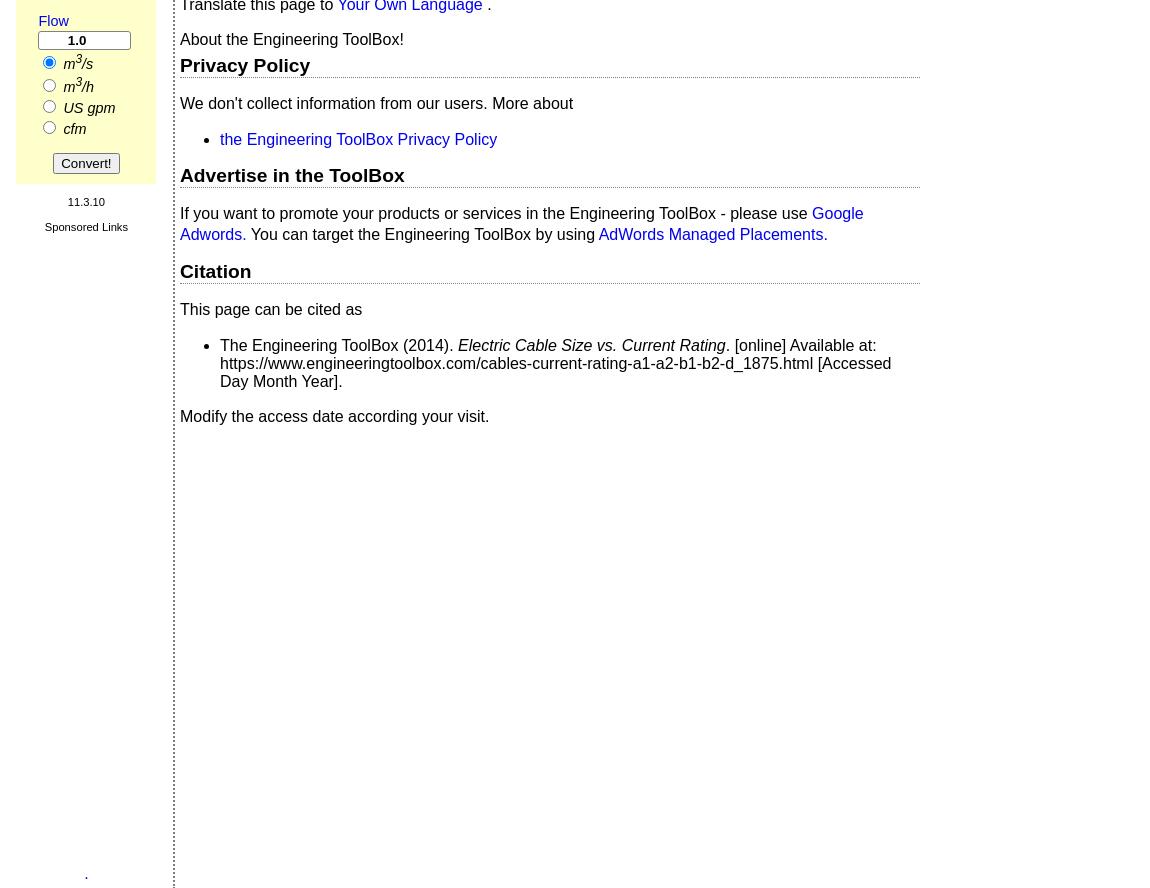  Describe the element at coordinates (424, 233) in the screenshot. I see `'You can target the Engineering ToolBox by using'` at that location.